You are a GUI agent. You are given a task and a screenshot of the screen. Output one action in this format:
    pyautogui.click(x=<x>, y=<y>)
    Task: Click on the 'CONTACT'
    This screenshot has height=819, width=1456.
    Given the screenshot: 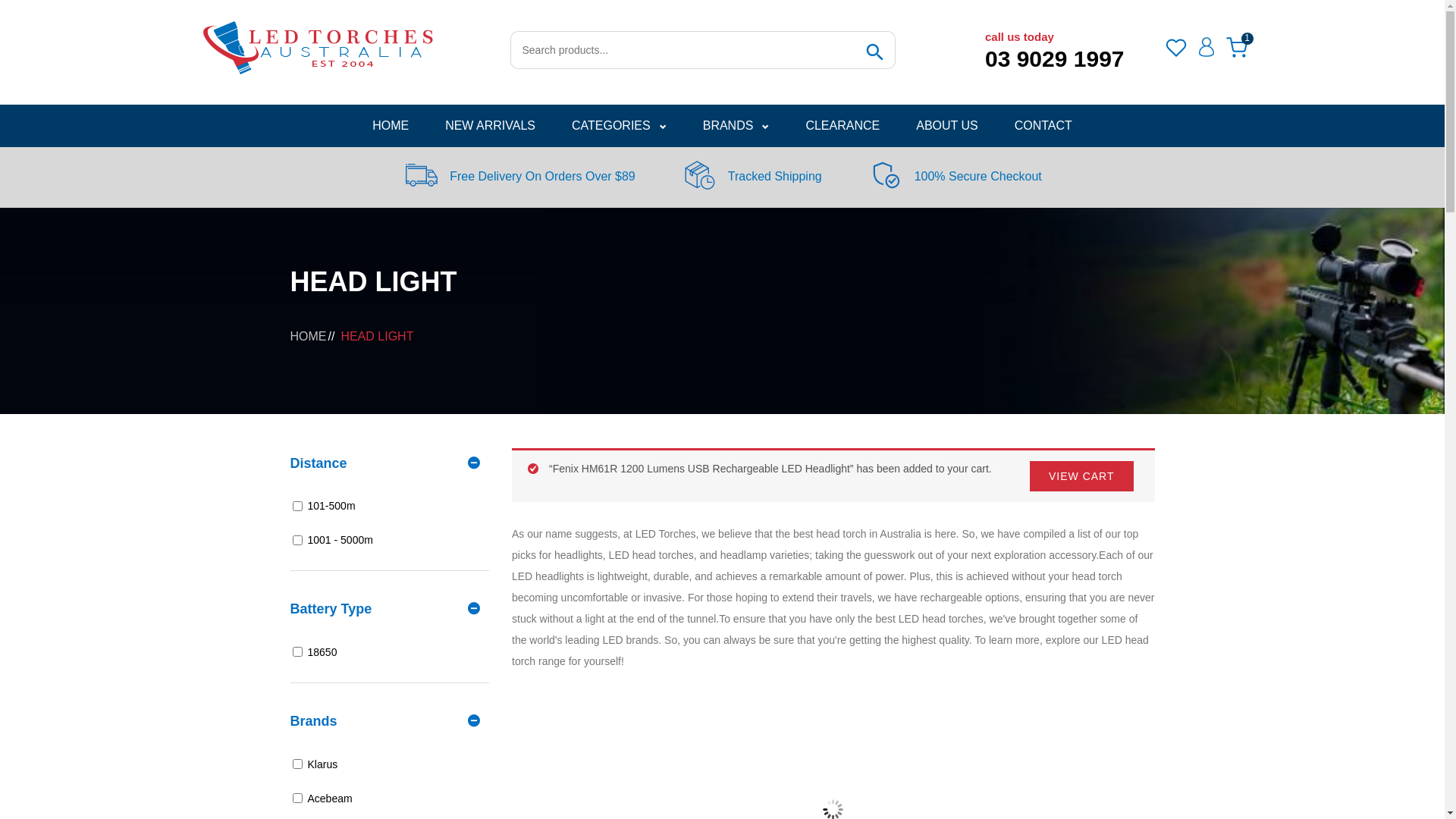 What is the action you would take?
    pyautogui.click(x=1043, y=124)
    